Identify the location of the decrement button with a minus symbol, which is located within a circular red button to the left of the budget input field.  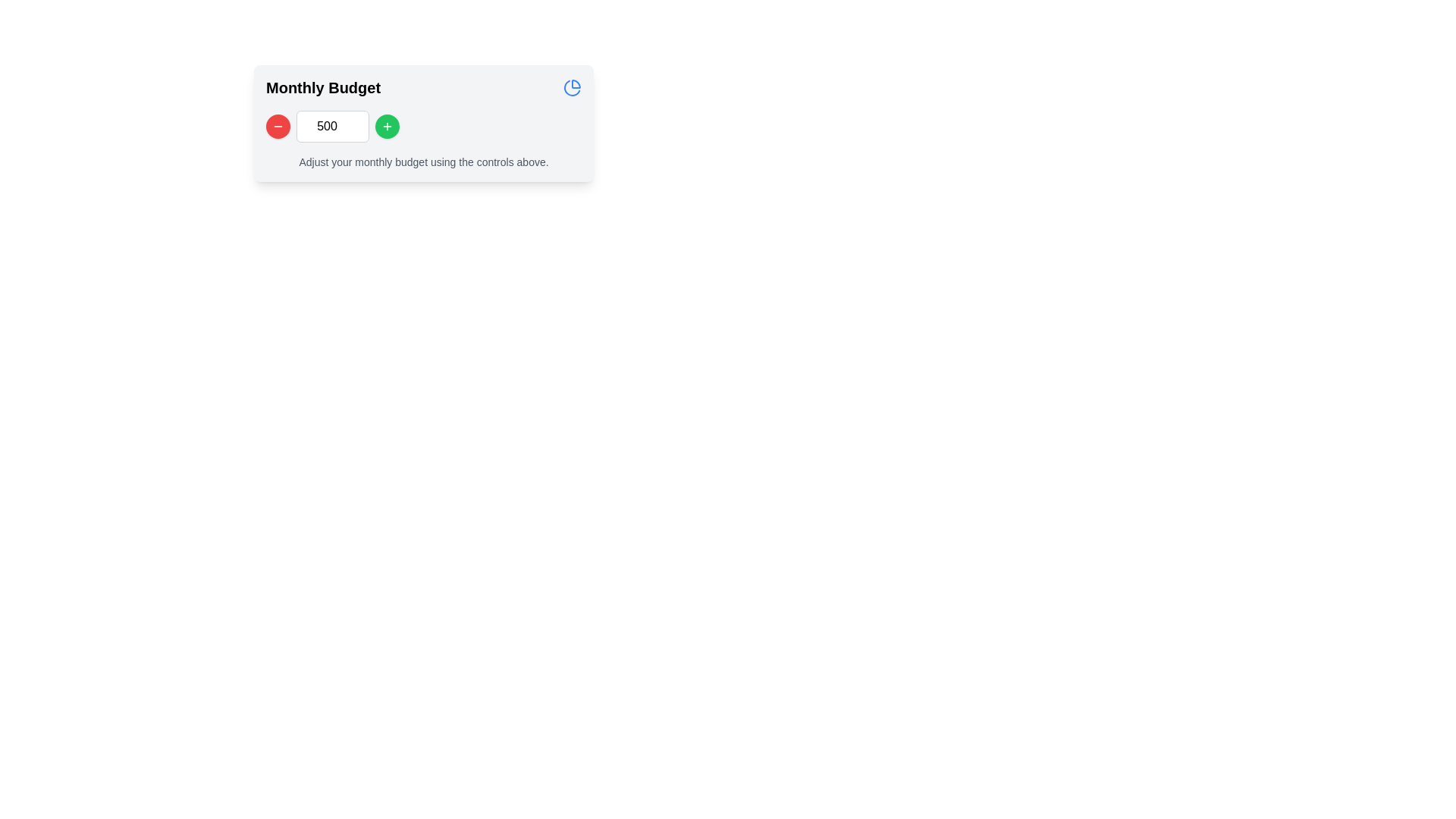
(278, 125).